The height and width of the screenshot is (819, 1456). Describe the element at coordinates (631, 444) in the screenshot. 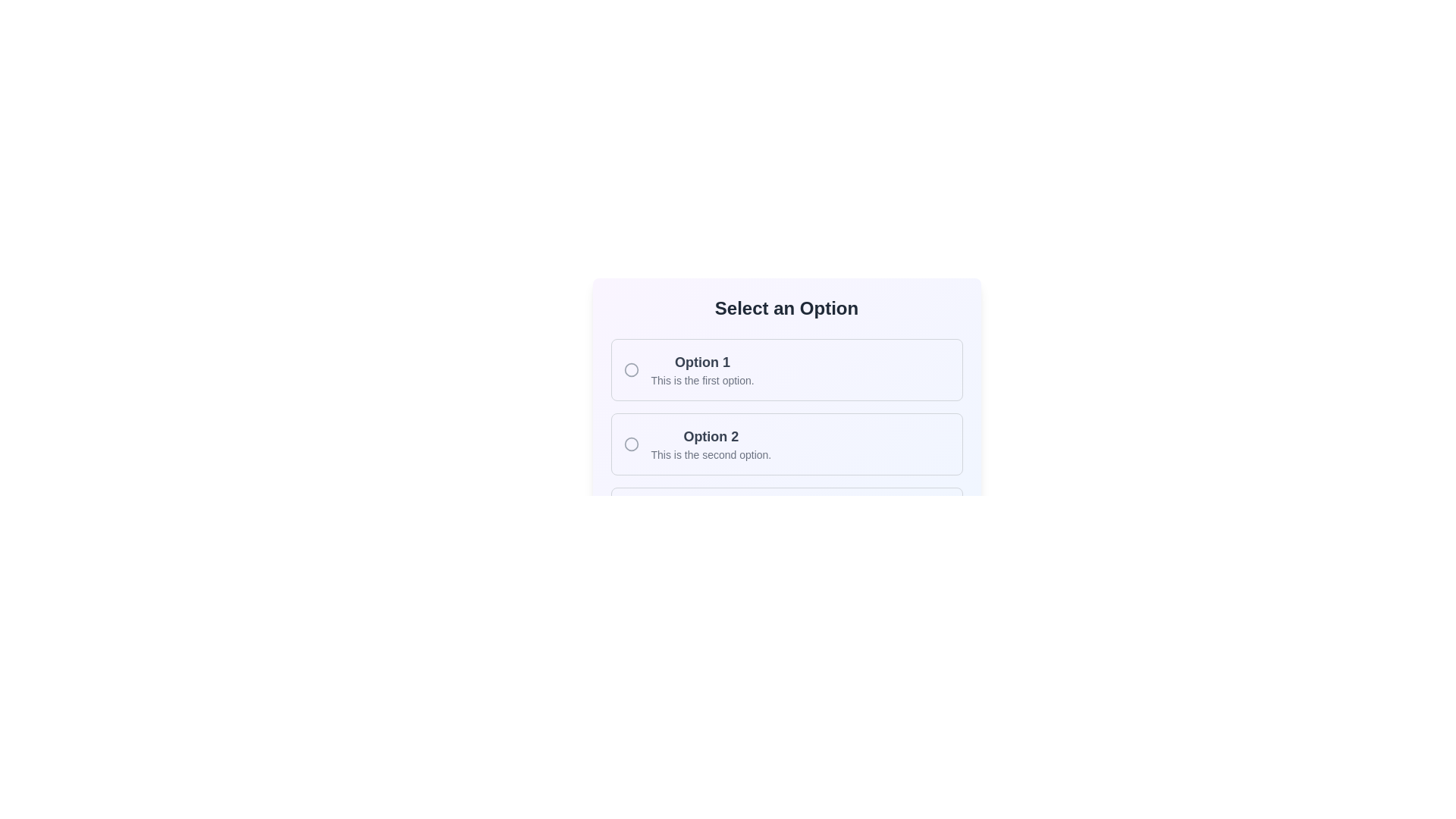

I see `the radio button (circle outline) located to the left of the text 'Option 2'` at that location.